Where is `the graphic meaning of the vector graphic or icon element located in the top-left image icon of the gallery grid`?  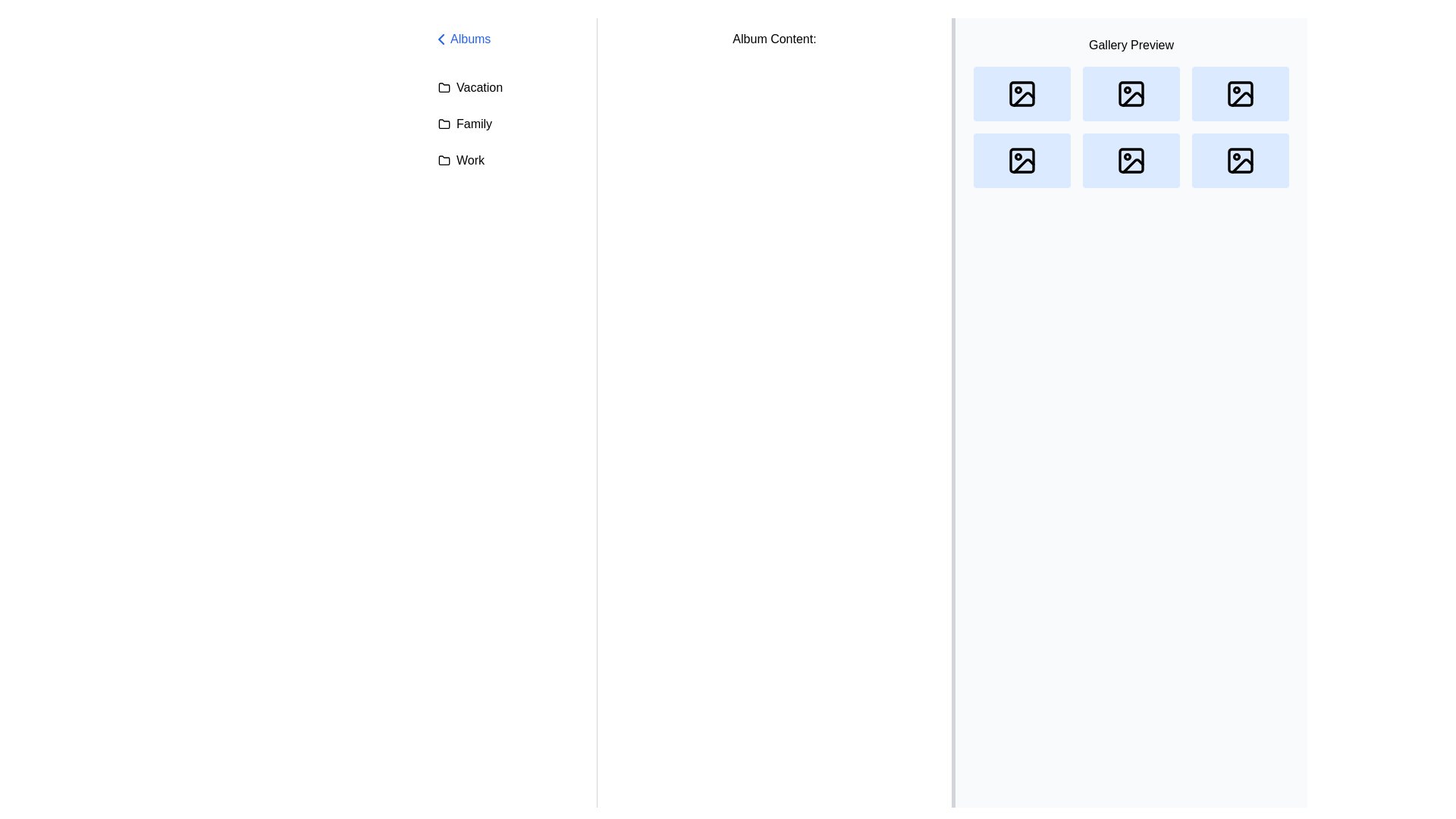
the graphic meaning of the vector graphic or icon element located in the top-left image icon of the gallery grid is located at coordinates (1024, 99).